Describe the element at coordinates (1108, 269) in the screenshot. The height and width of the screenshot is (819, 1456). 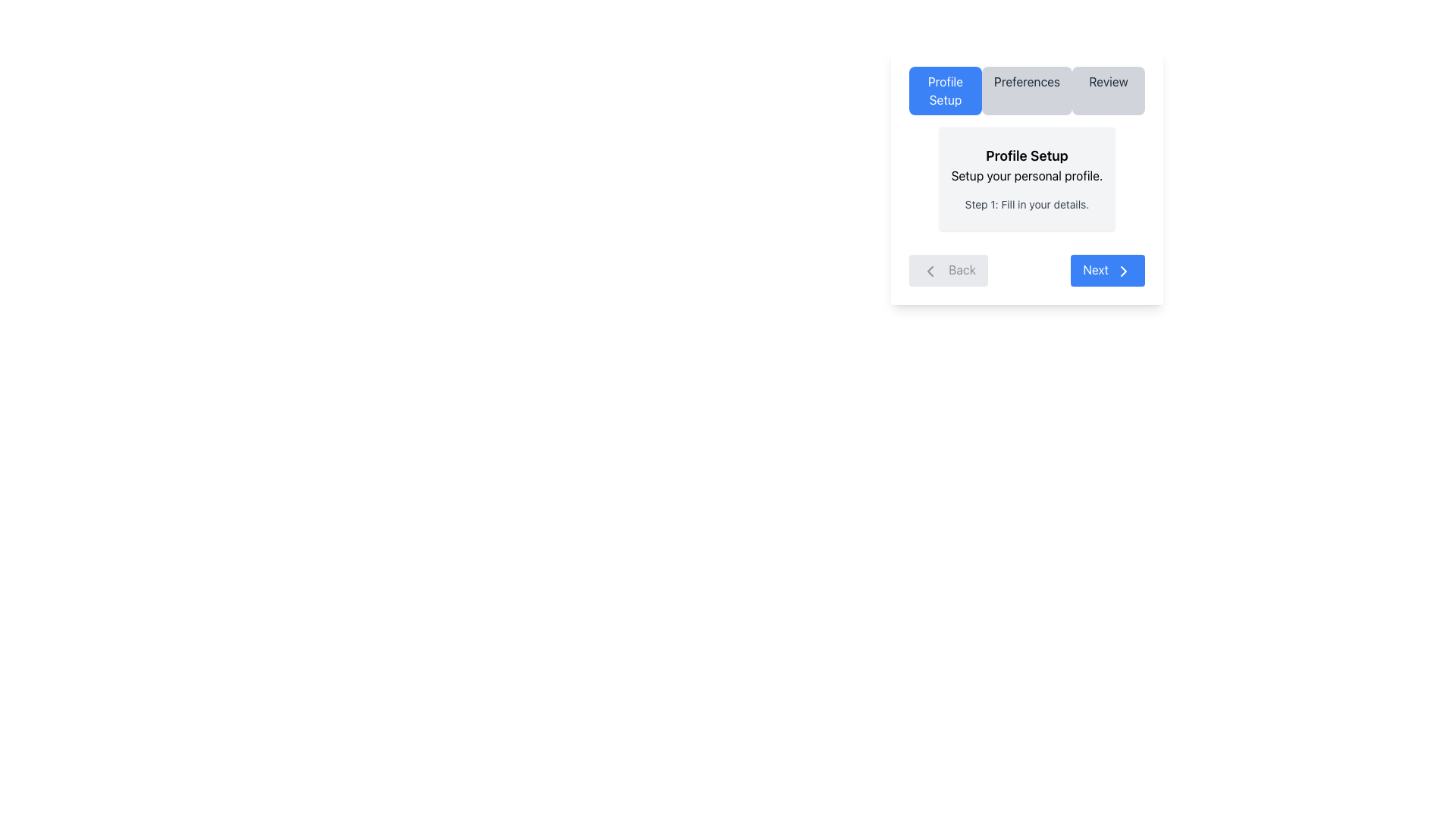
I see `the 'Next' button, which is a rectangular button with rounded corners, blue background, and white text labeled 'Next' with a right-pointing chevron icon, located in the bottom-right of the interface` at that location.